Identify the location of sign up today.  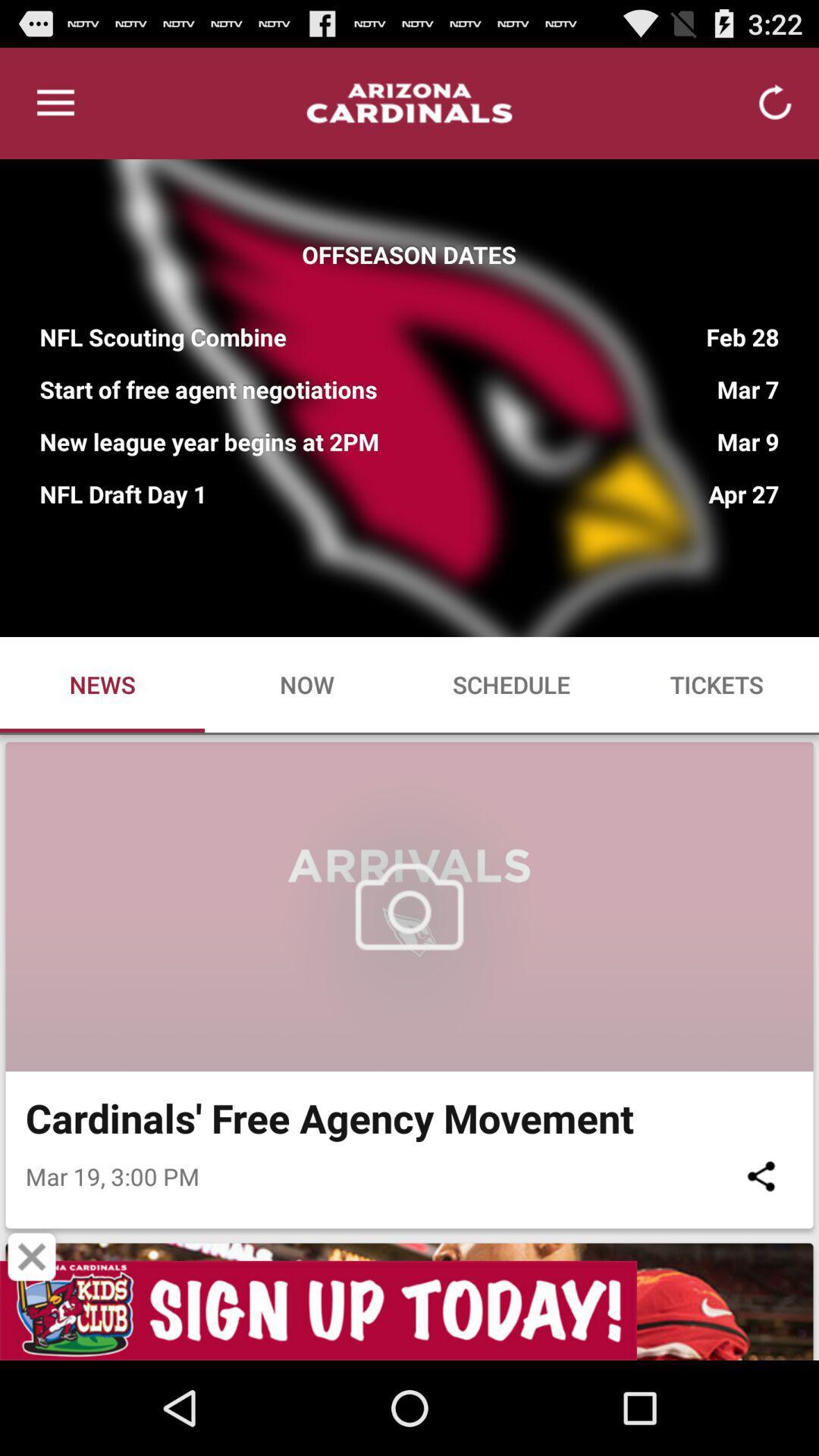
(409, 1310).